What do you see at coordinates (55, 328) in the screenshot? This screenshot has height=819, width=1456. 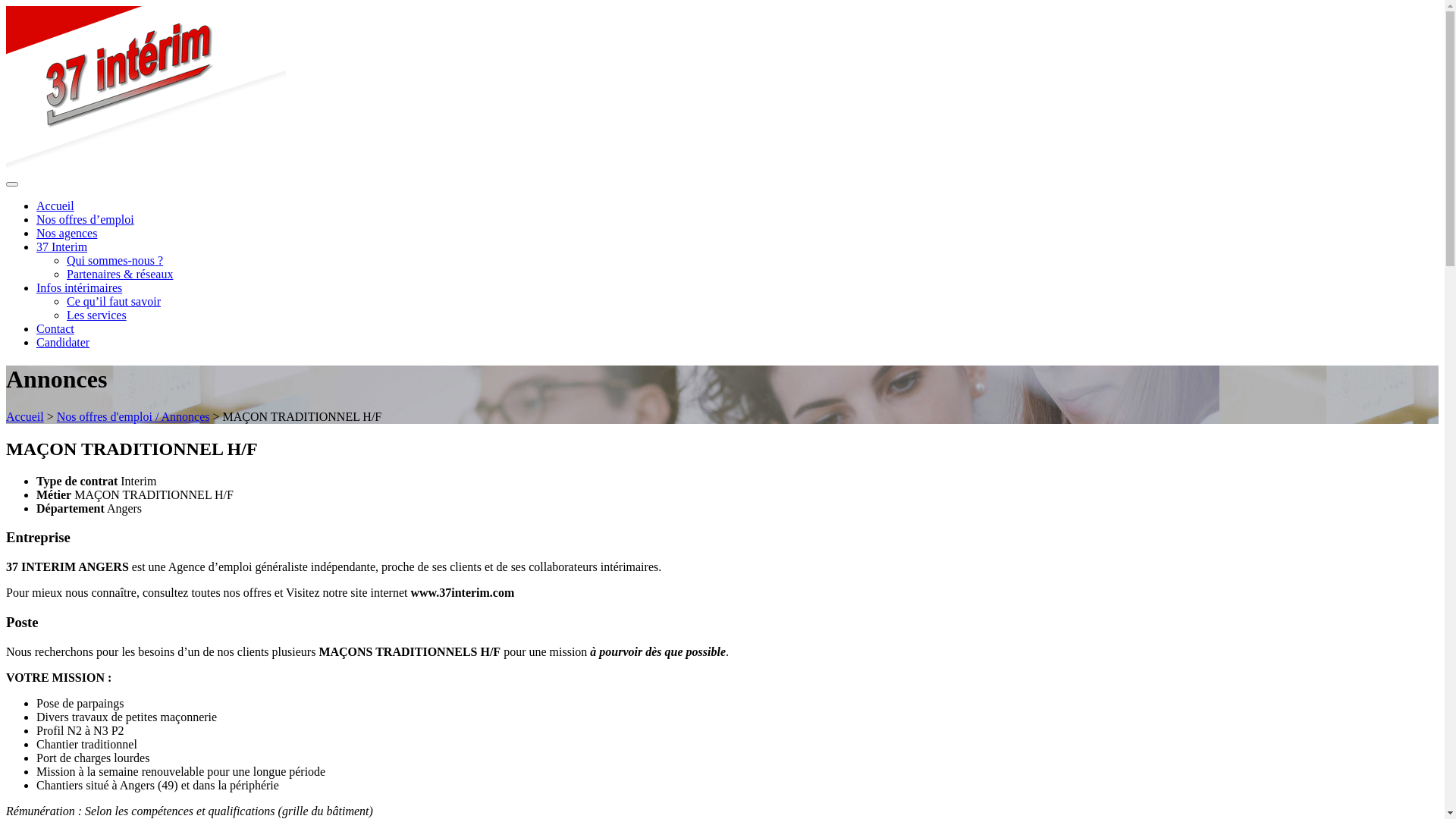 I see `'Contact'` at bounding box center [55, 328].